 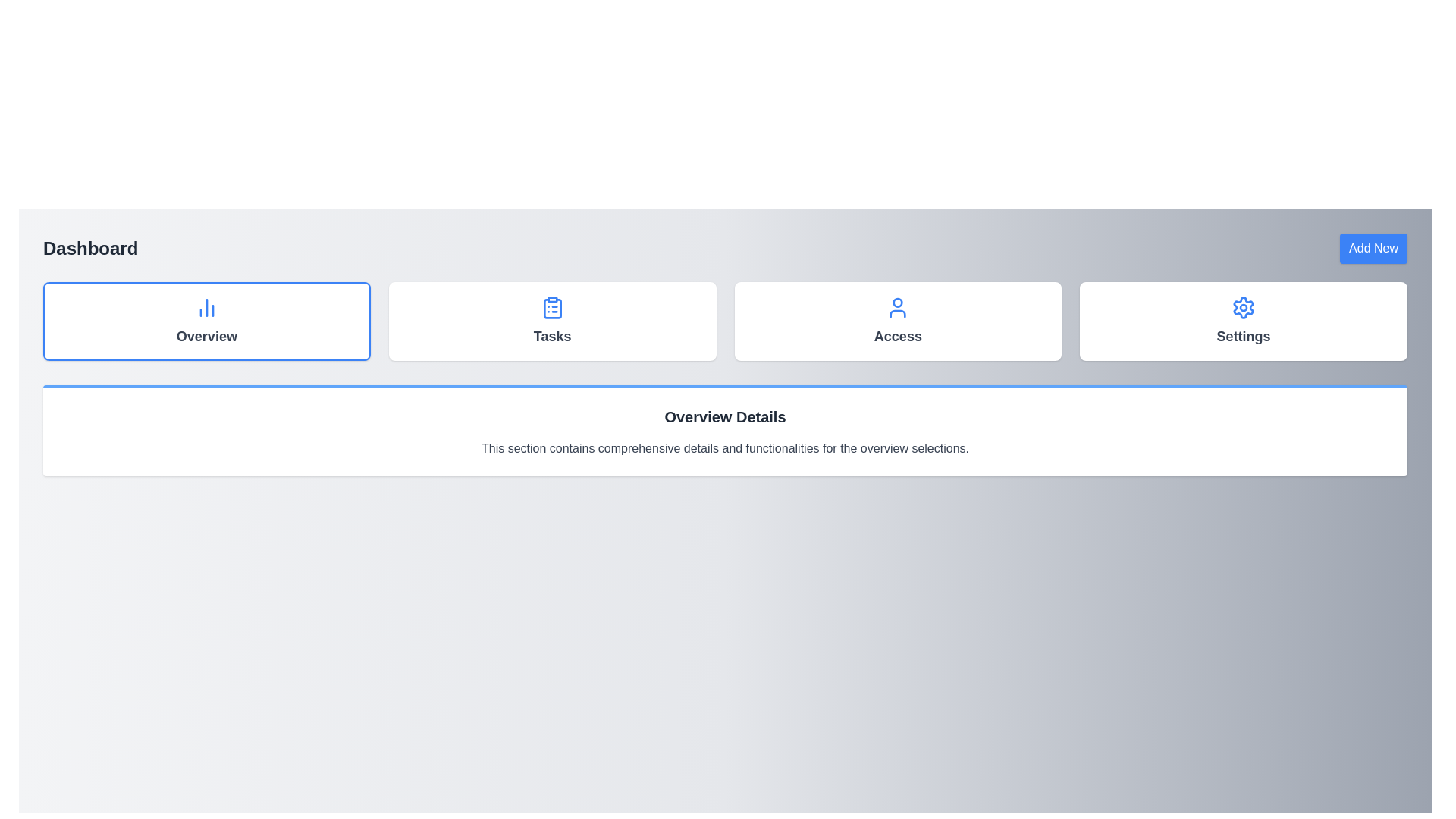 I want to click on the clipboard-style icon with a blue color scheme located above the 'Tasks' label in the dashboard interface, so click(x=551, y=308).